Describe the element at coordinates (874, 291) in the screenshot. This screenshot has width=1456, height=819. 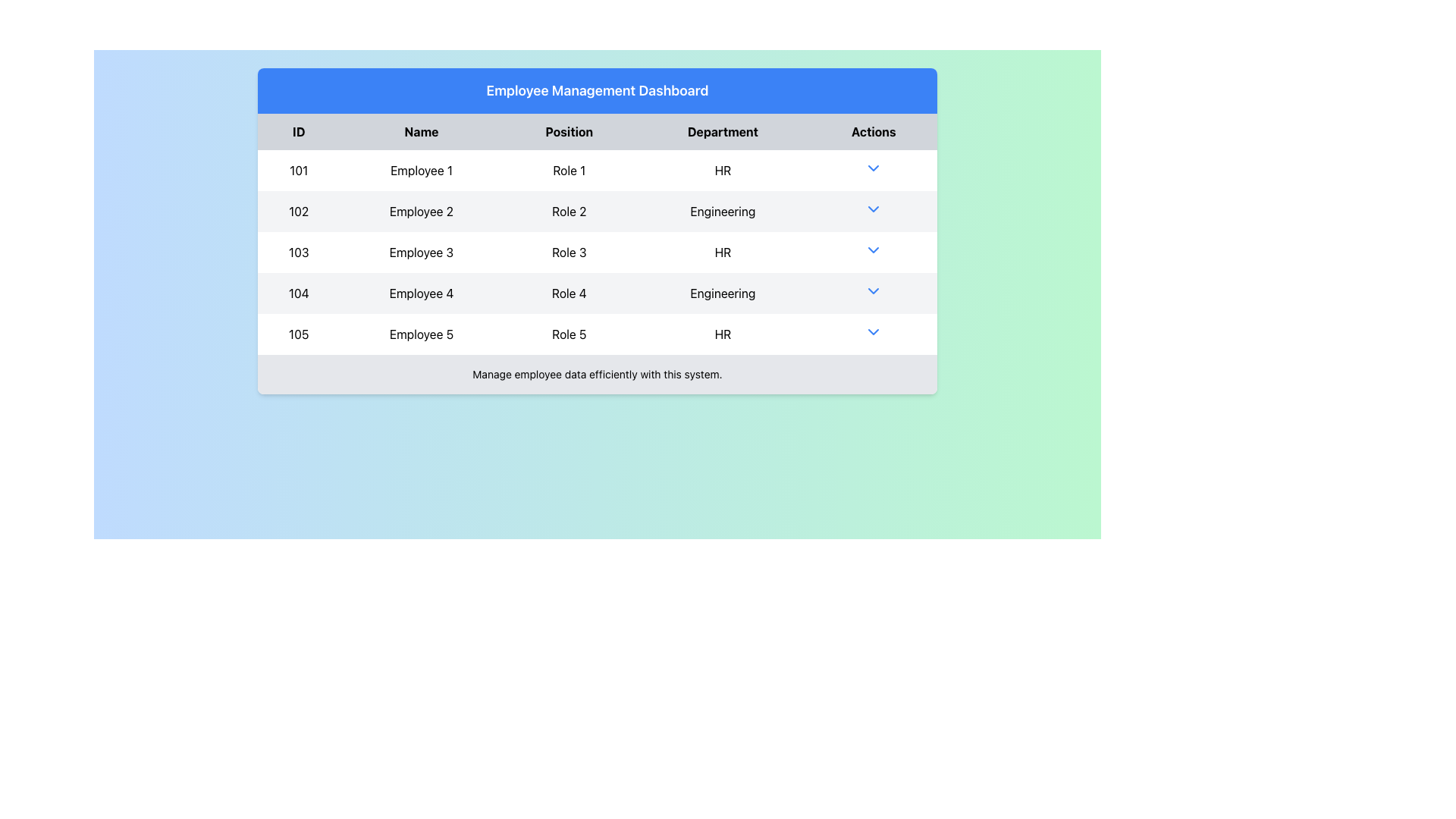
I see `the dropdown toggle icon located in the 'Actions' column of the fourth row for 'Employee 4'` at that location.